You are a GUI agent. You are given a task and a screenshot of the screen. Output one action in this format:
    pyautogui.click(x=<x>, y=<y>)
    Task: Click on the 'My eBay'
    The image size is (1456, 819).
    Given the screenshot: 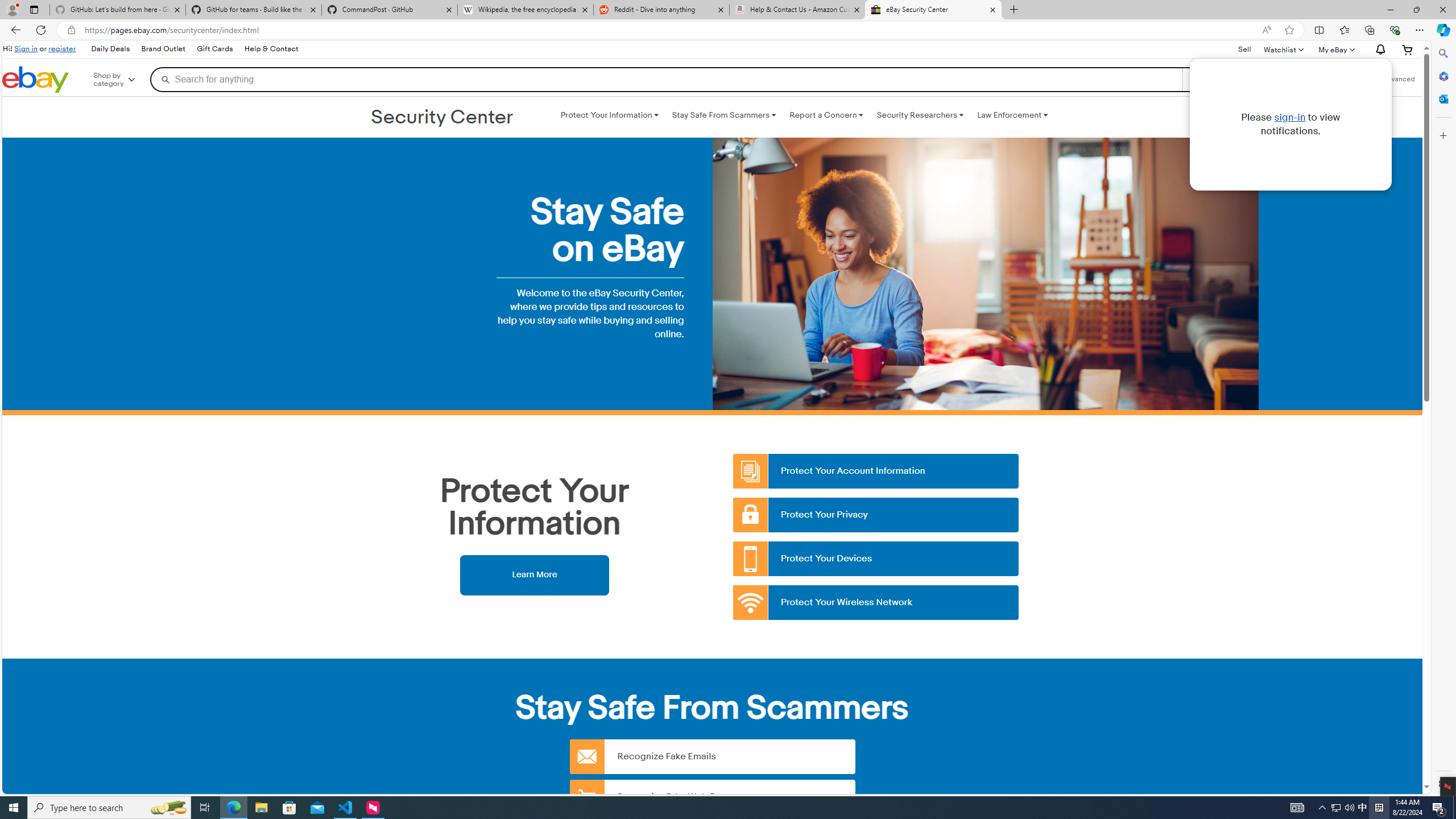 What is the action you would take?
    pyautogui.click(x=1335, y=49)
    